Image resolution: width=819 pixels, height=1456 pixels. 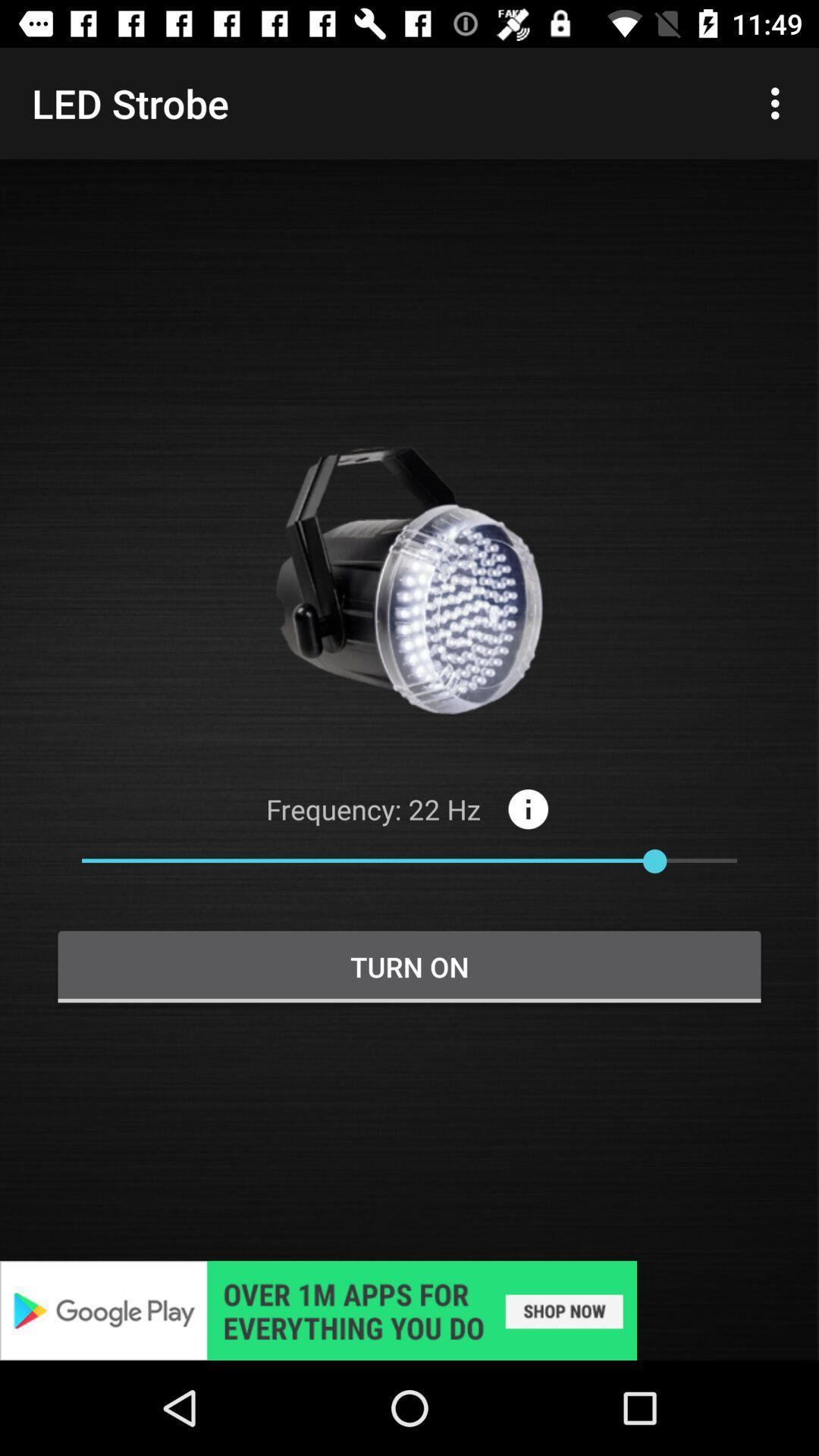 I want to click on information, so click(x=527, y=808).